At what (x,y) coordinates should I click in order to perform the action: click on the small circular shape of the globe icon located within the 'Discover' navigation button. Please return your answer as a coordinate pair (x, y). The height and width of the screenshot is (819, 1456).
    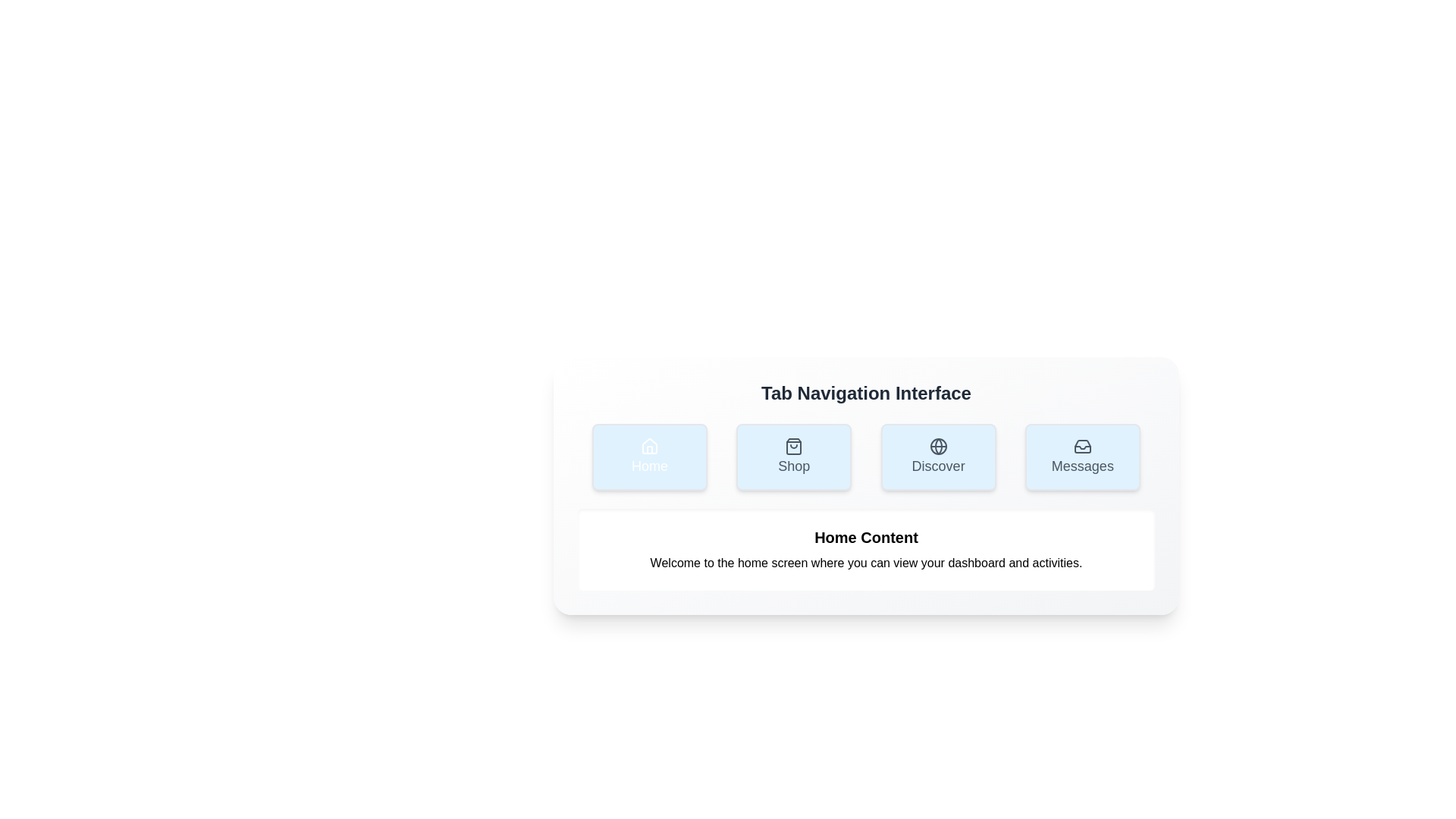
    Looking at the image, I should click on (937, 446).